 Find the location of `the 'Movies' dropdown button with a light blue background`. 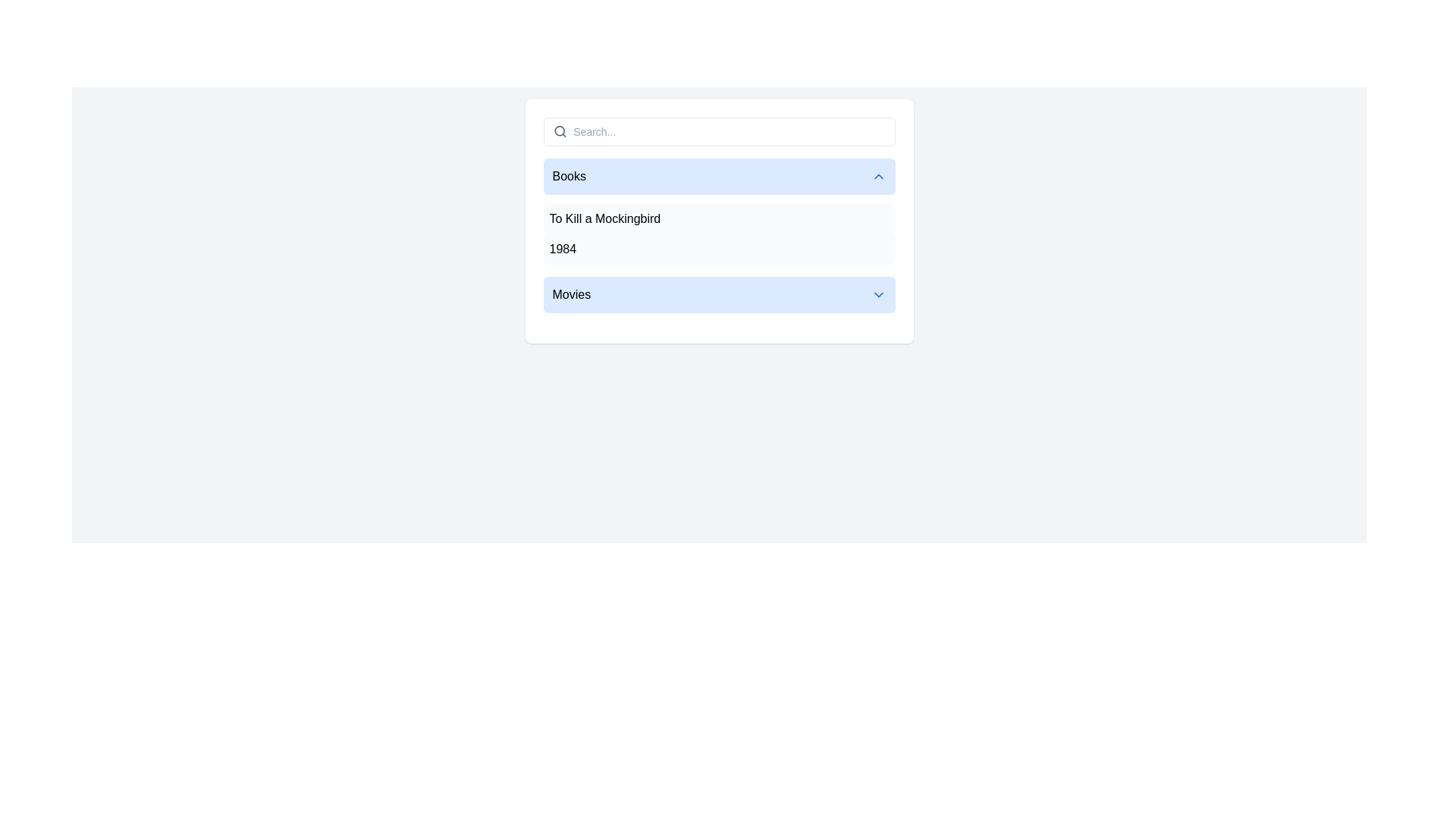

the 'Movies' dropdown button with a light blue background is located at coordinates (718, 295).